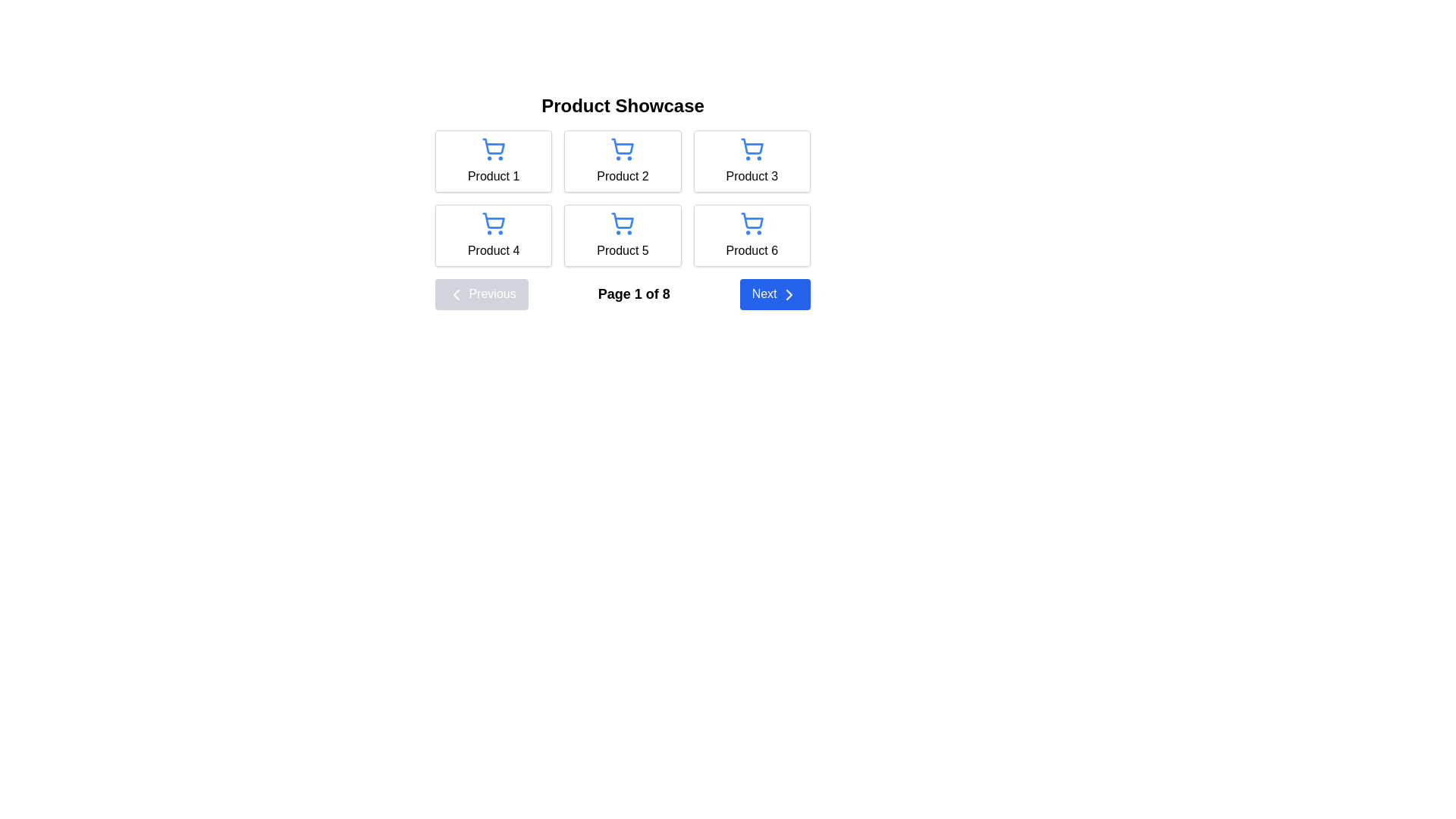  Describe the element at coordinates (623, 236) in the screenshot. I see `the product card displaying 'Product 5'` at that location.